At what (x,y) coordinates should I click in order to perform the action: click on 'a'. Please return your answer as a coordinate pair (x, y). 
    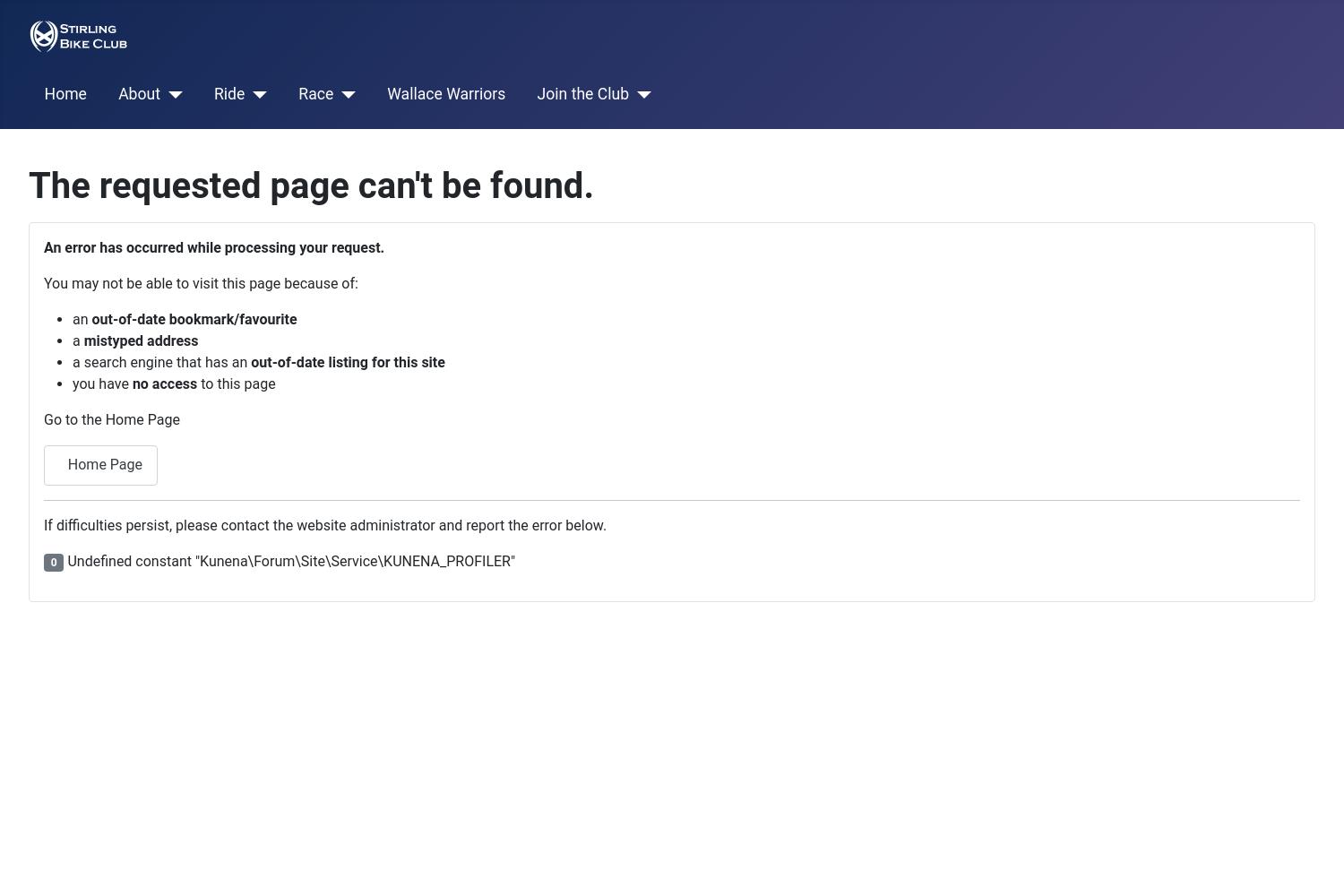
    Looking at the image, I should click on (72, 340).